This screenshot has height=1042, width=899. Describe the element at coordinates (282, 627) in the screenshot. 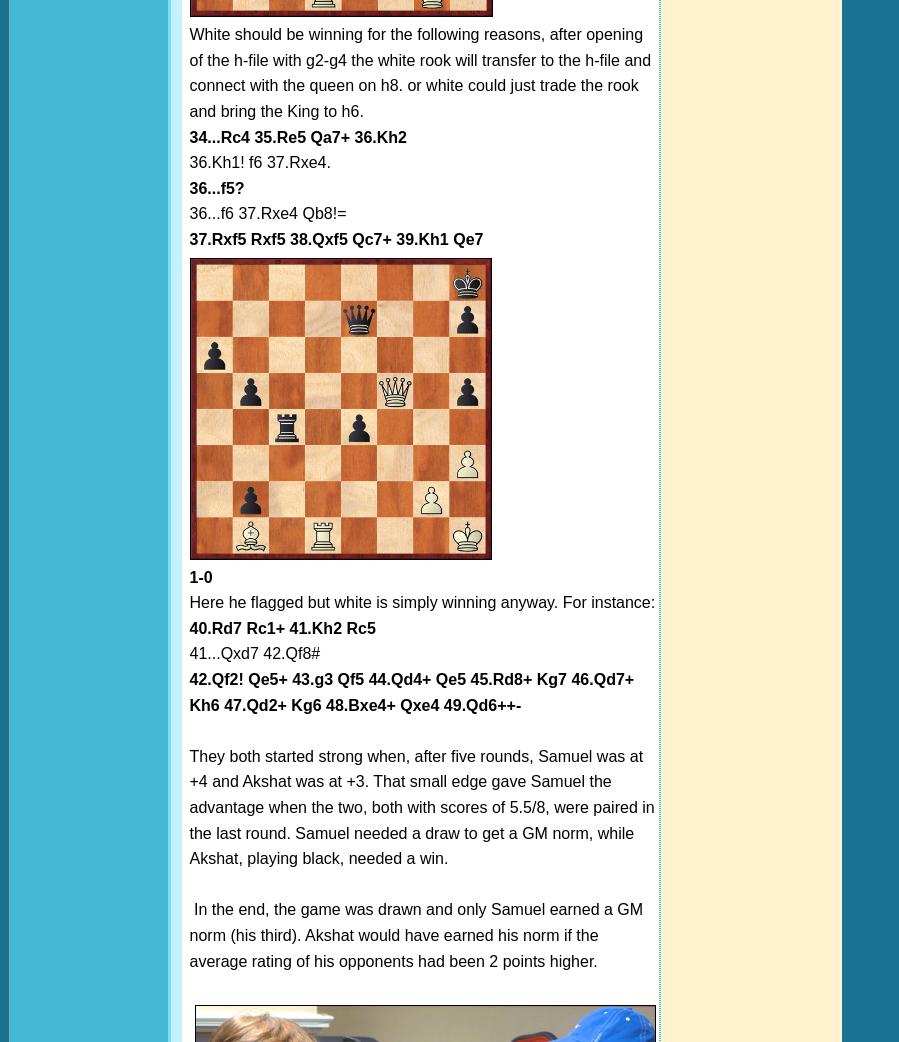

I see `'40.Rd7
Rc1+ 41.Kh2 Rc5'` at that location.